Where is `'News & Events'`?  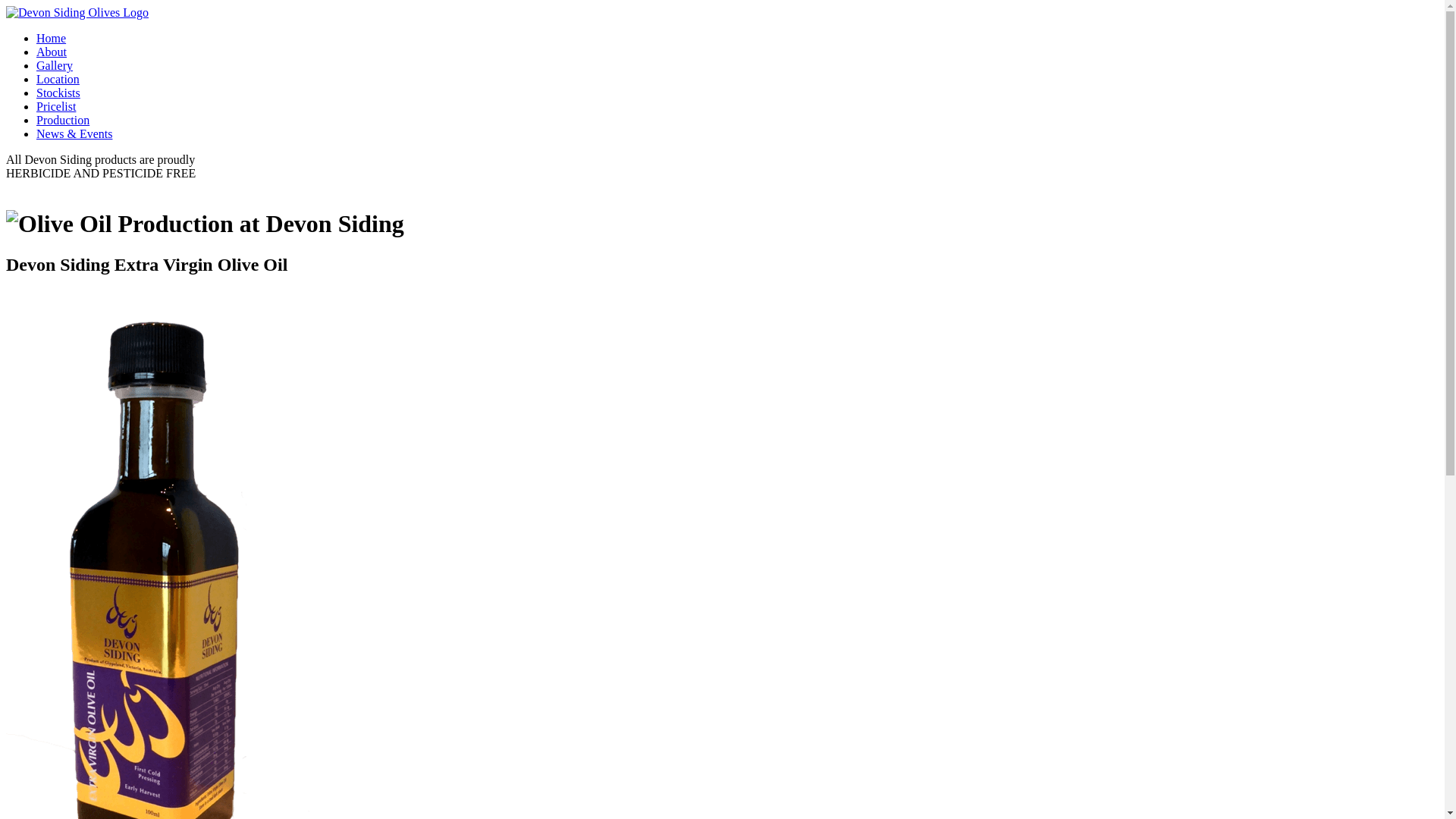
'News & Events' is located at coordinates (73, 133).